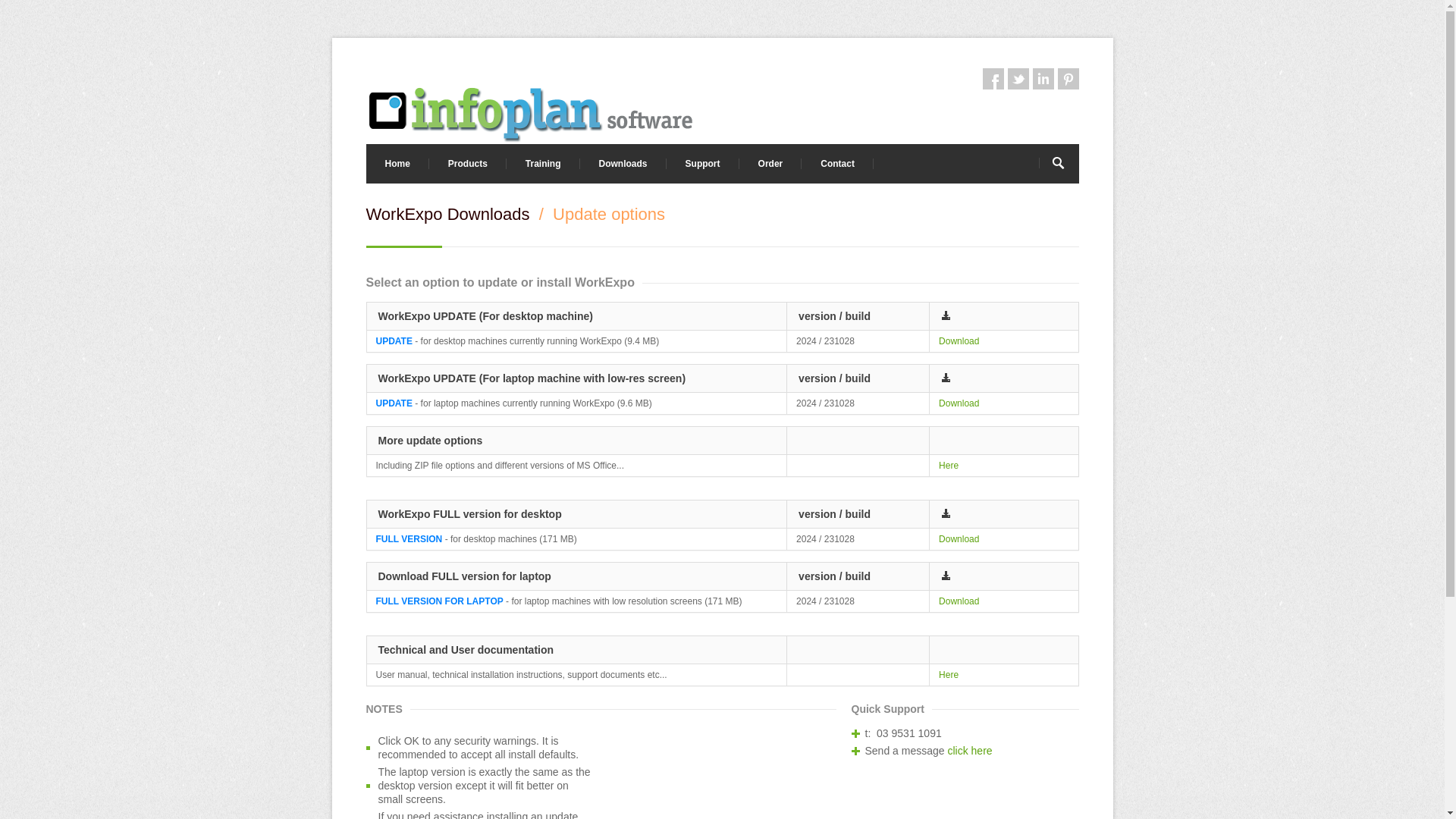 This screenshot has height=819, width=1456. Describe the element at coordinates (958, 601) in the screenshot. I see `'Download'` at that location.